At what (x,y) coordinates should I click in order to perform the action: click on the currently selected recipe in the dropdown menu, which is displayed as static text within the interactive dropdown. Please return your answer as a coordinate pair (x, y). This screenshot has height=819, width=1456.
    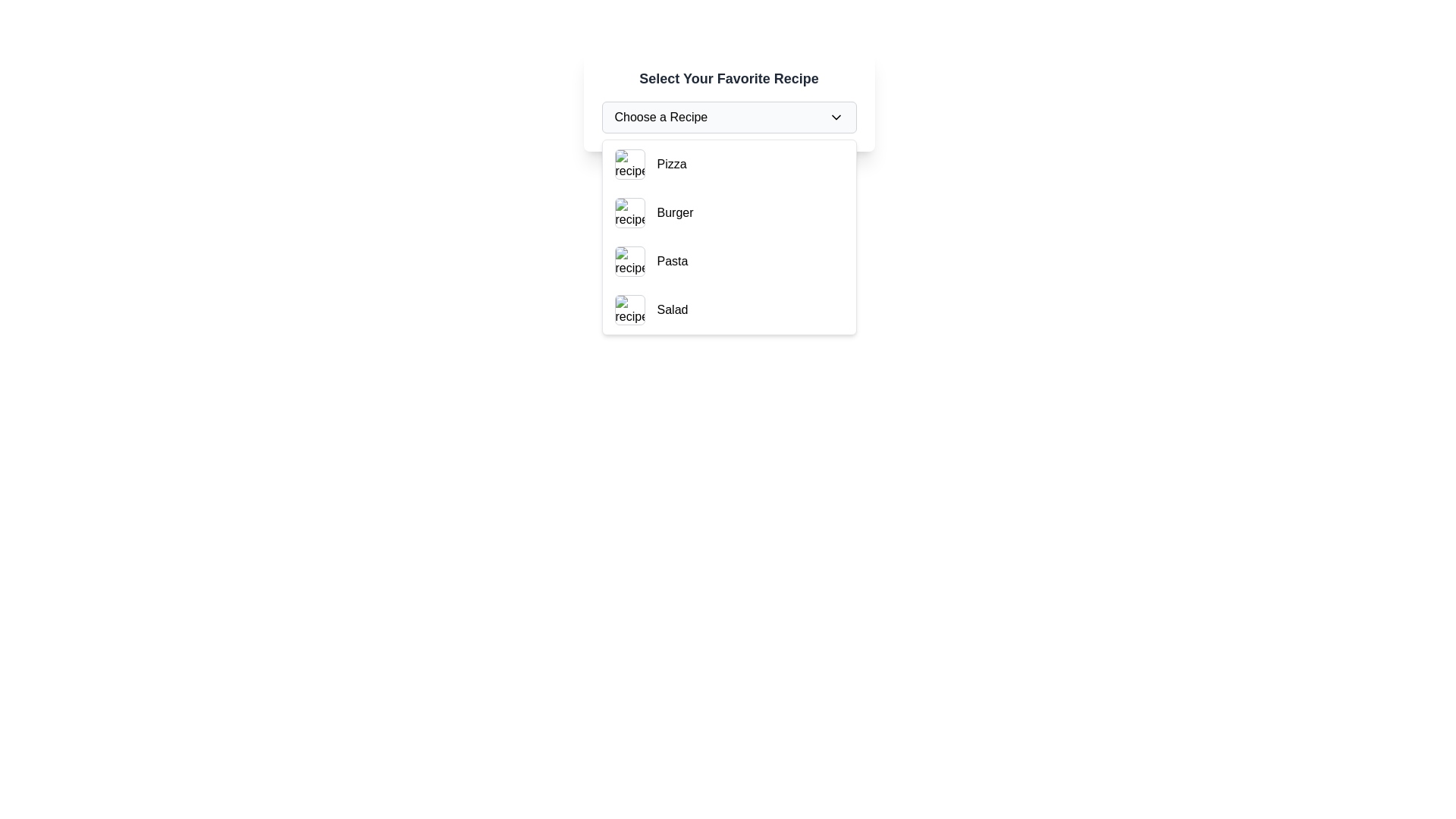
    Looking at the image, I should click on (661, 116).